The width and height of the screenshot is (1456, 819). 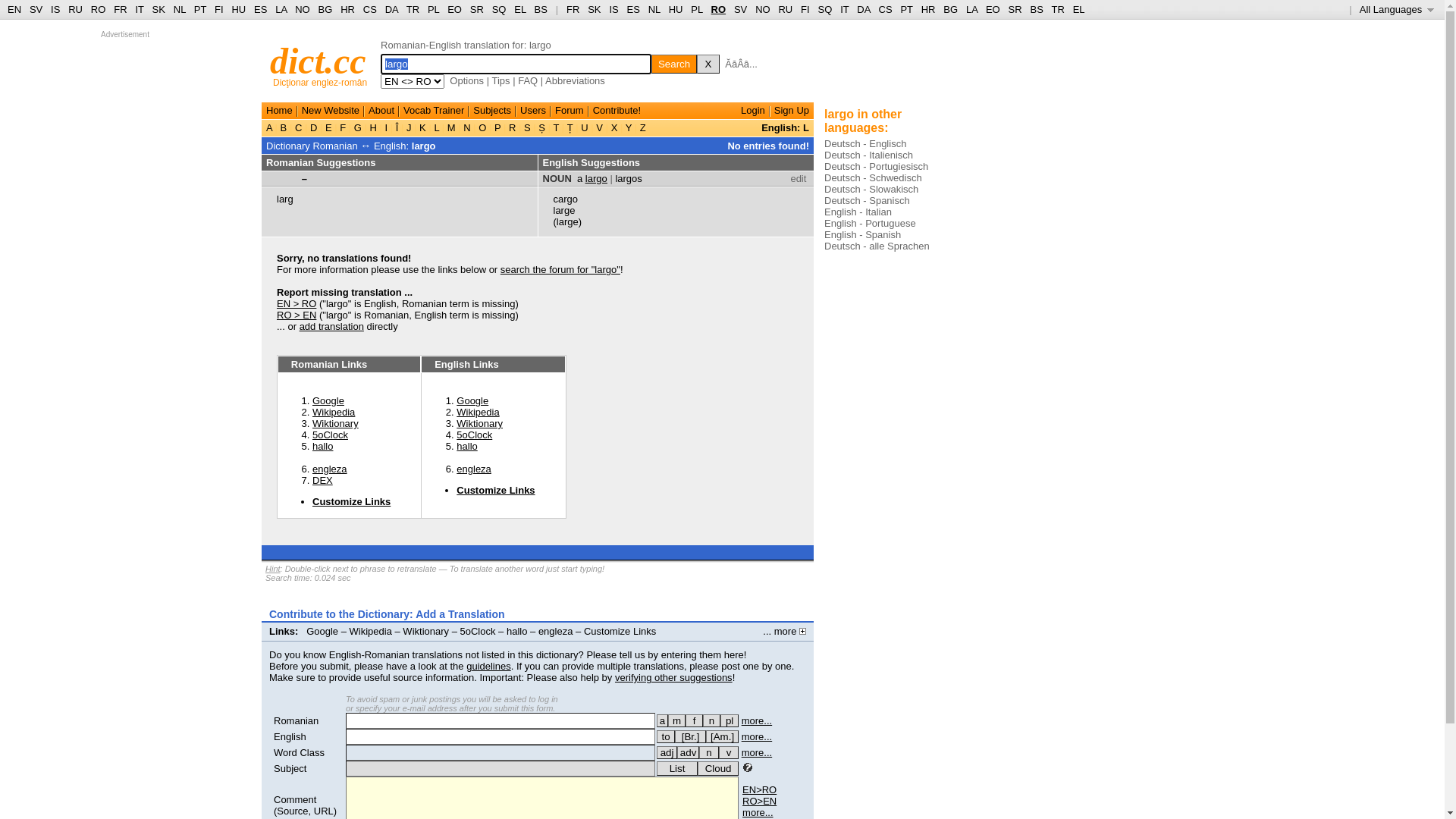 I want to click on 'D', so click(x=306, y=127).